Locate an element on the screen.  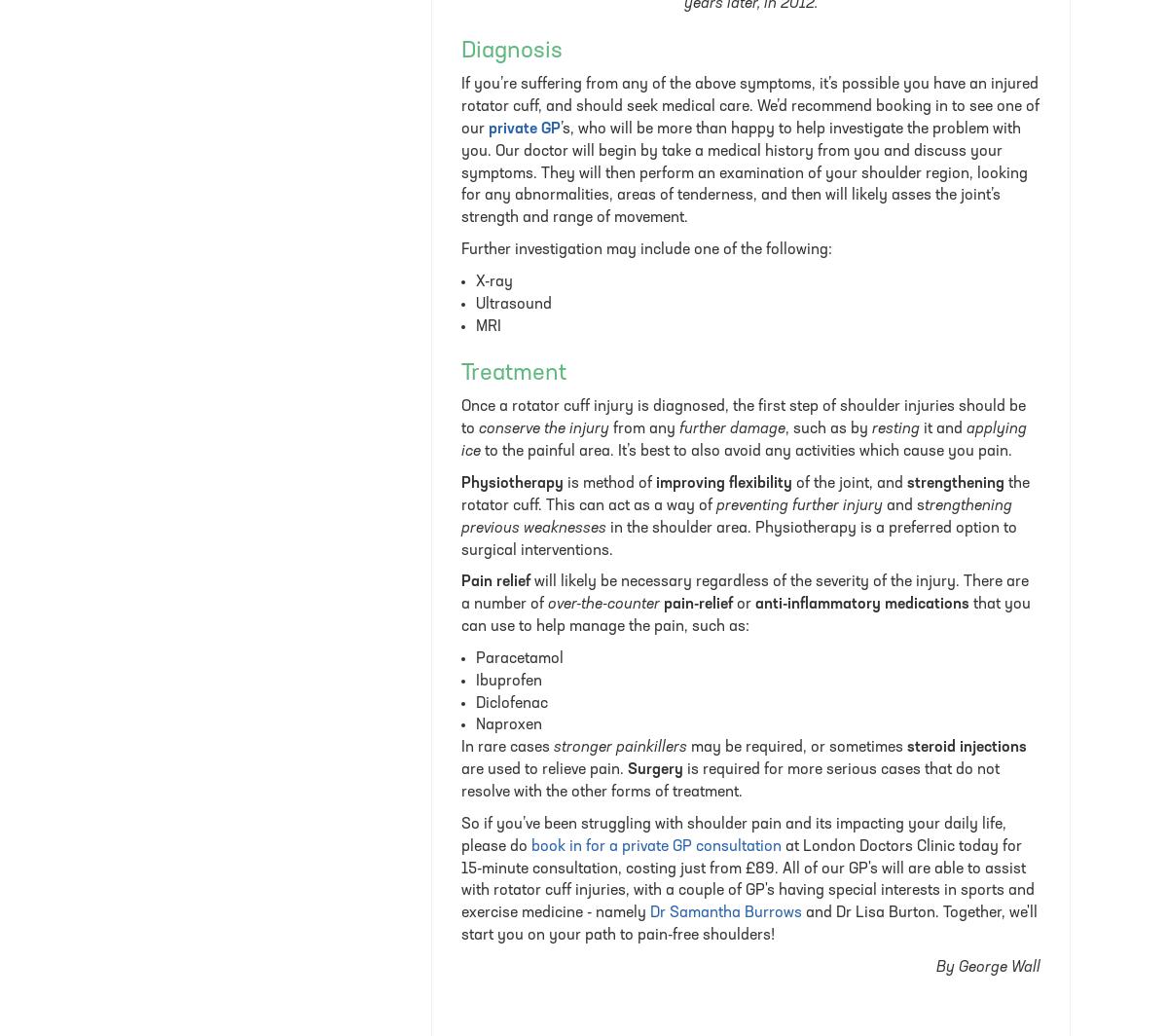
'Ibuprofen' is located at coordinates (507, 681).